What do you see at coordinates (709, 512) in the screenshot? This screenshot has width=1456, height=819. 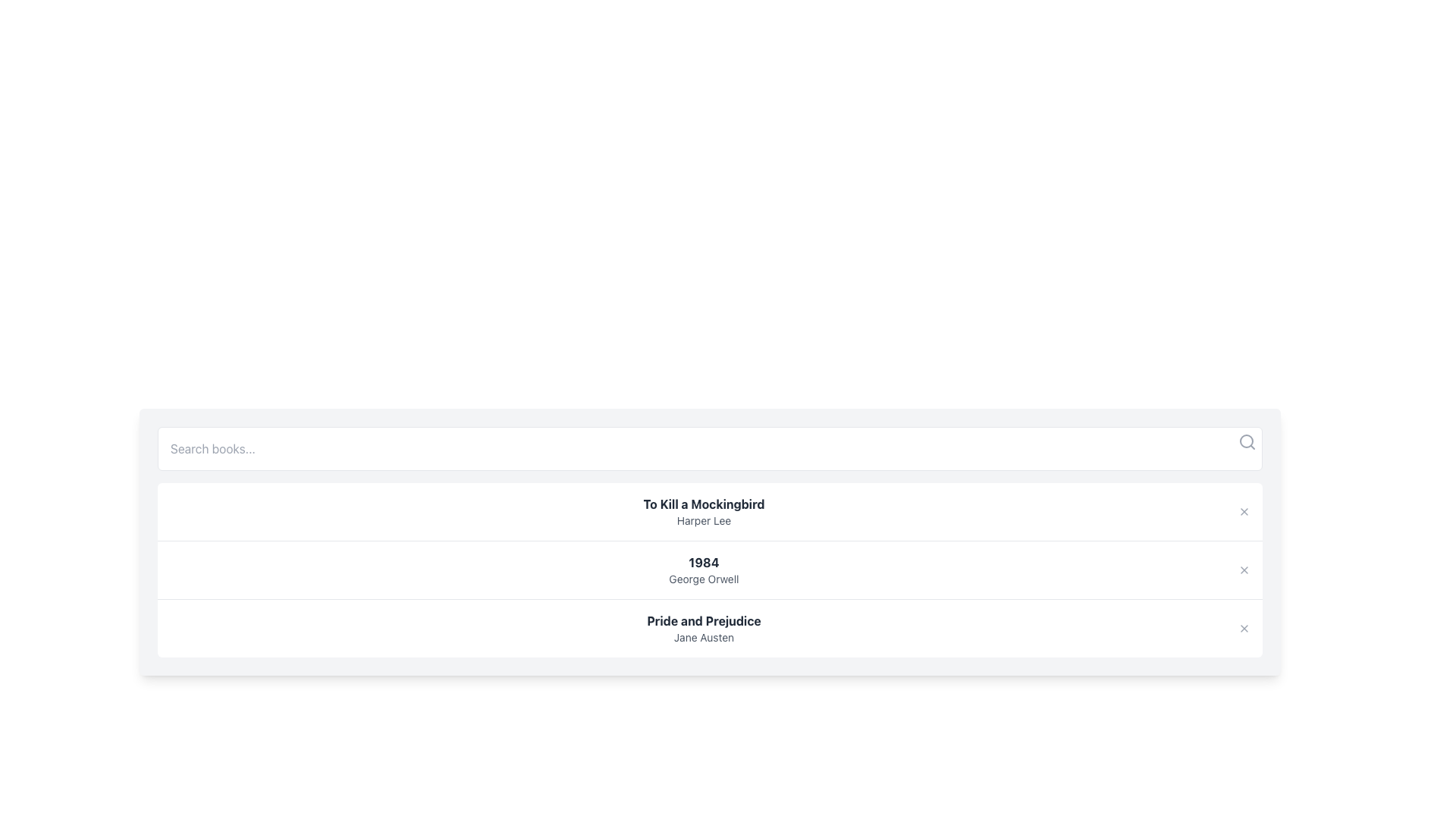 I see `the first list item displaying 'To Kill a Mockingbird' by 'Harper Lee'` at bounding box center [709, 512].